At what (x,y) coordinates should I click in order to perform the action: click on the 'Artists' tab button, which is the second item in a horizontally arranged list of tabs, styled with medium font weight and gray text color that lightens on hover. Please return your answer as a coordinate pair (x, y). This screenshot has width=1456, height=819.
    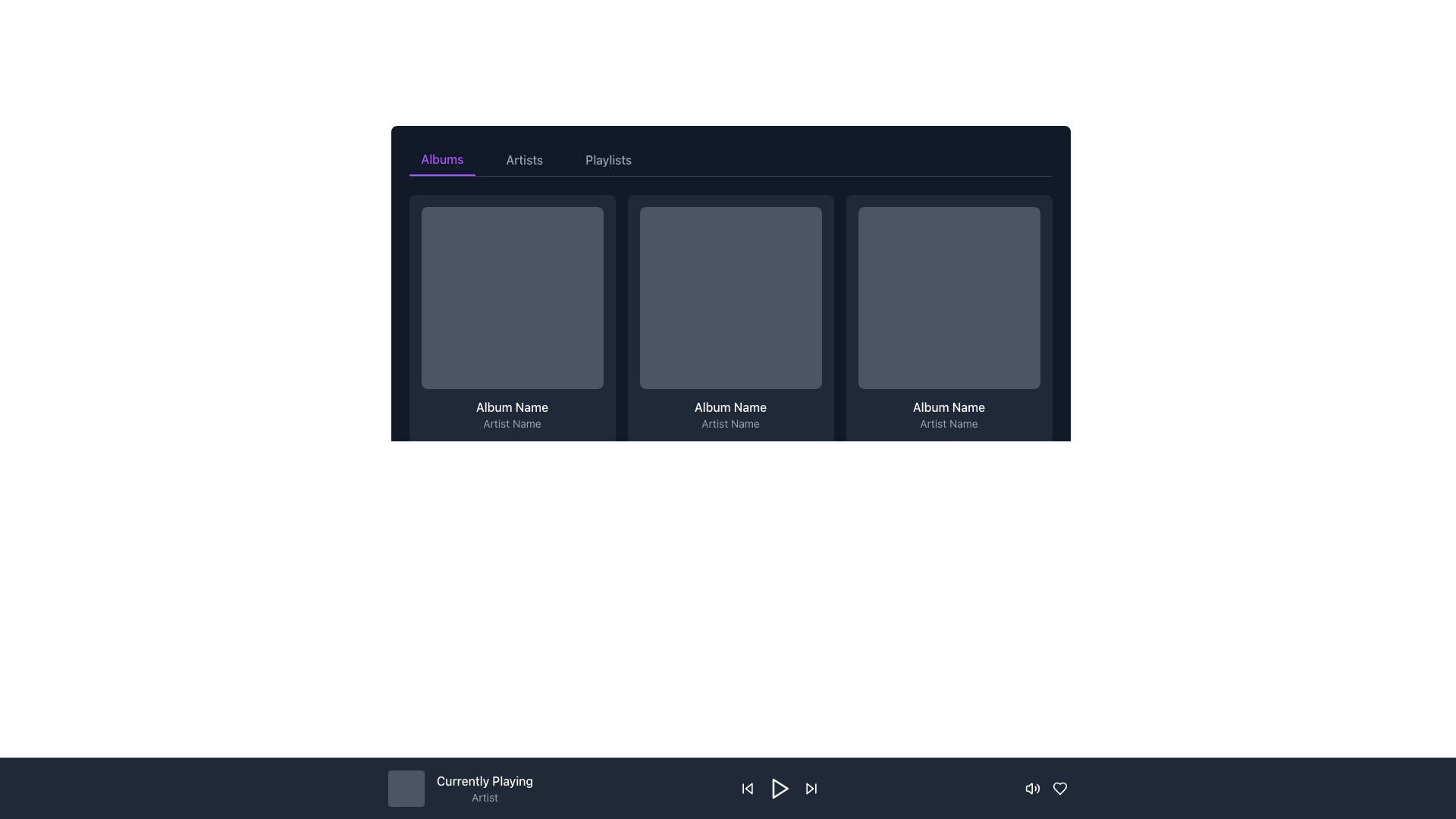
    Looking at the image, I should click on (524, 160).